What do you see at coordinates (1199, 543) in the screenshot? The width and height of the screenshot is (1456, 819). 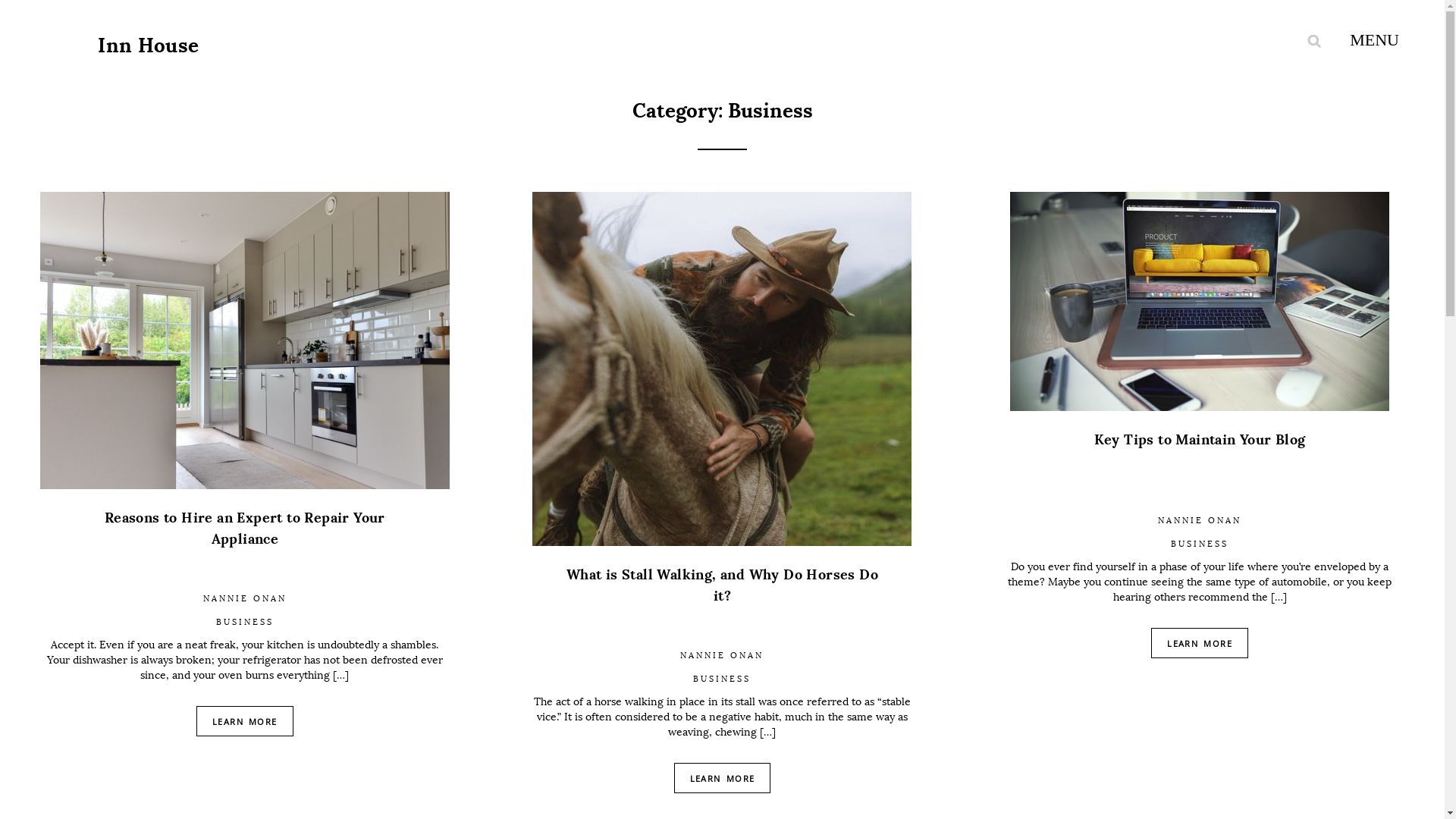 I see `'BUSINESS'` at bounding box center [1199, 543].